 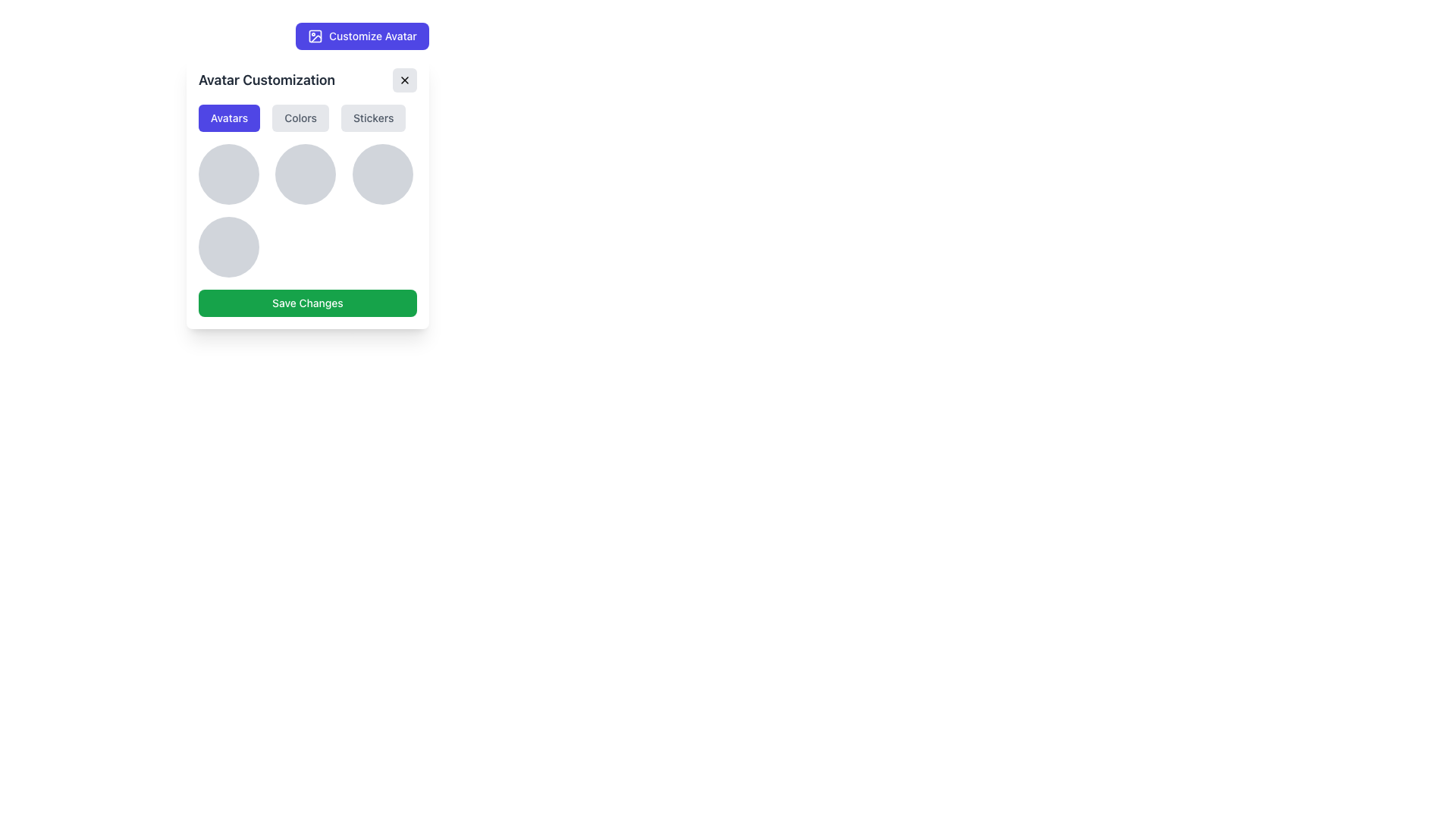 What do you see at coordinates (306, 303) in the screenshot?
I see `the green 'Save Changes' button located at the bottom-center of the 'Avatar Customization' section` at bounding box center [306, 303].